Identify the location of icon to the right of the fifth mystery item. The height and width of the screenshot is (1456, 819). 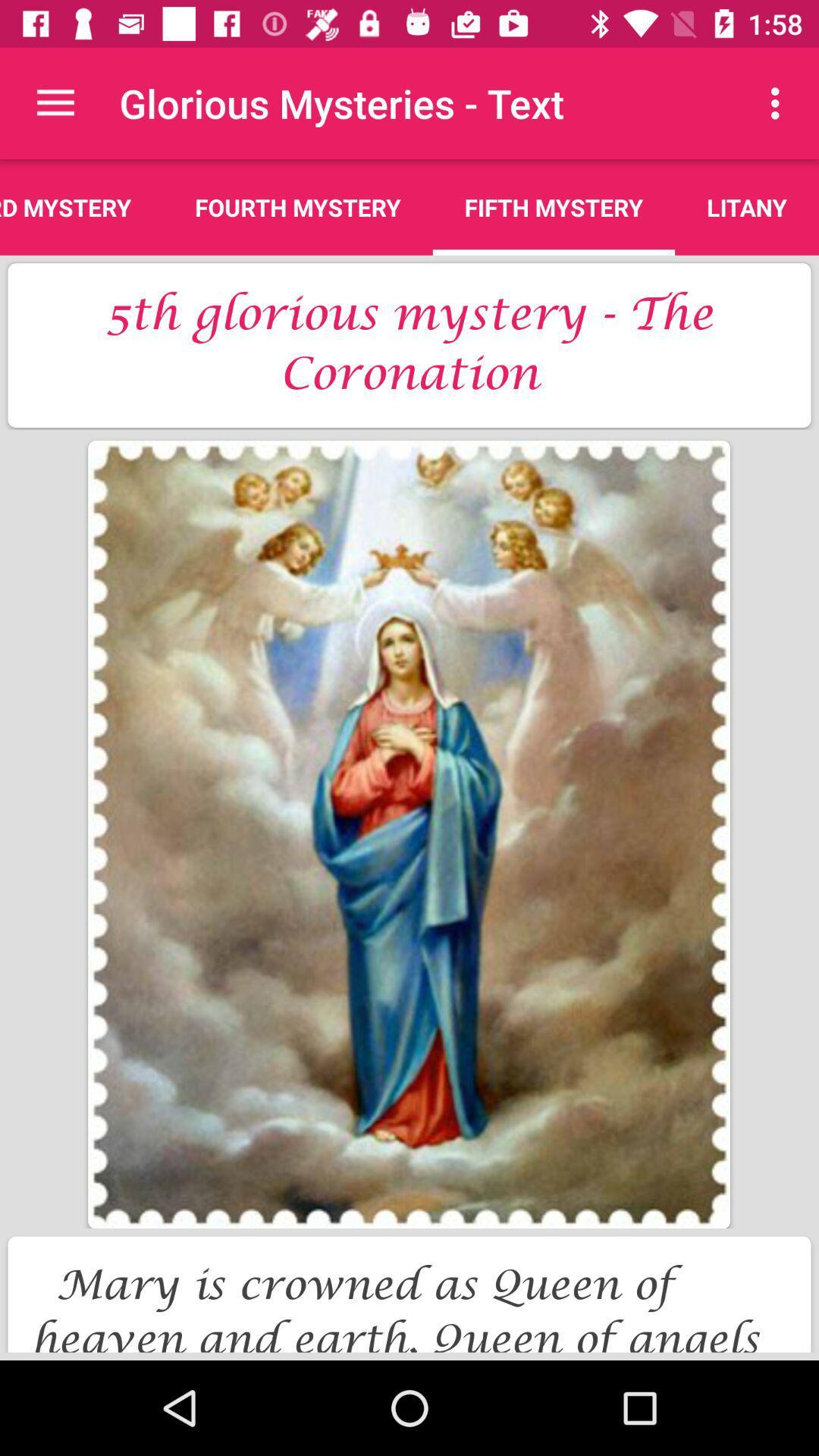
(746, 206).